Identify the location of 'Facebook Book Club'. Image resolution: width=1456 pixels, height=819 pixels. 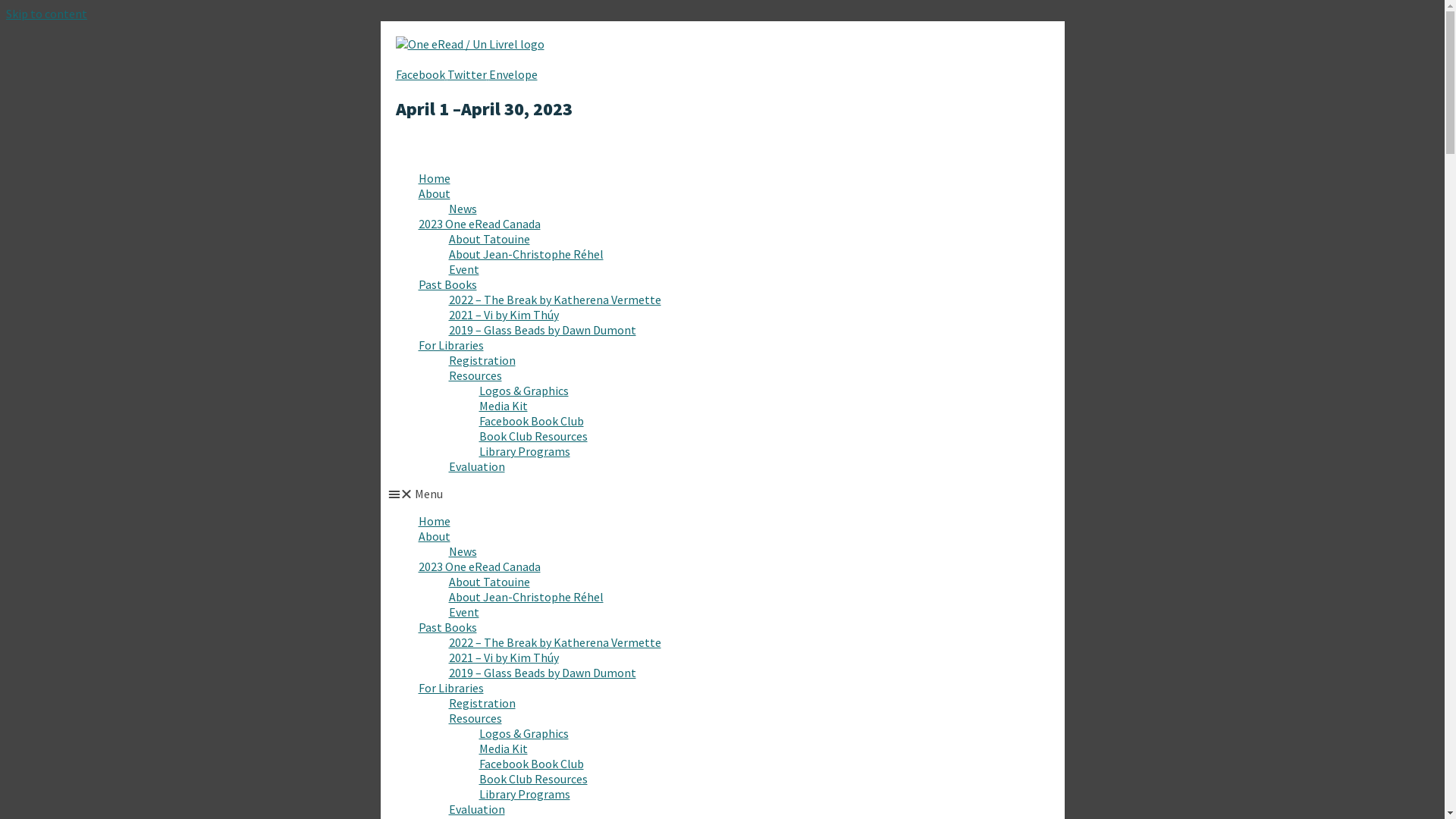
(531, 421).